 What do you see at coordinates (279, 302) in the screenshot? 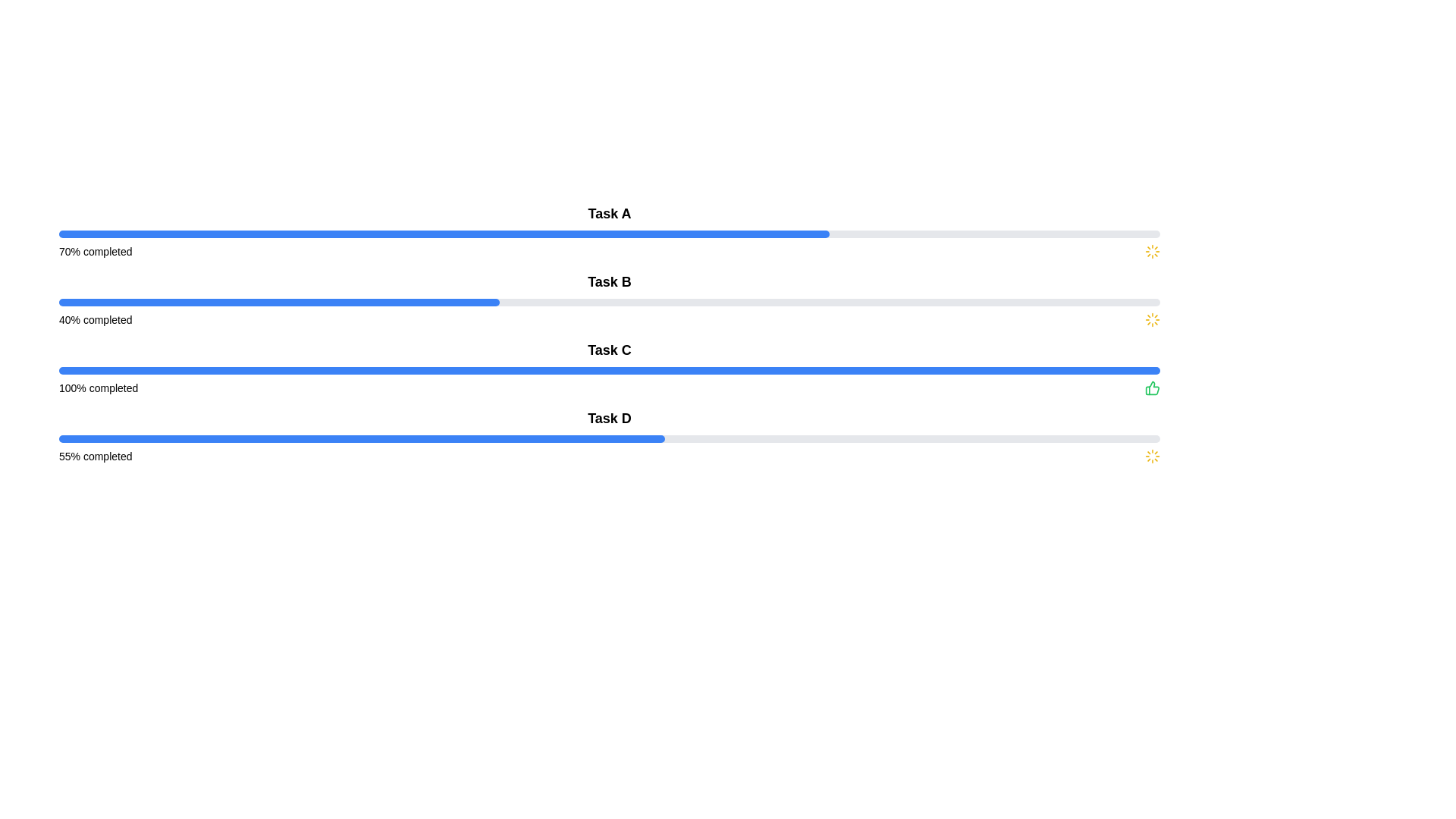
I see `the progress bar indicating 'Task B' which is filled to 40% and has a blue color, located in the second row of progress bars` at bounding box center [279, 302].